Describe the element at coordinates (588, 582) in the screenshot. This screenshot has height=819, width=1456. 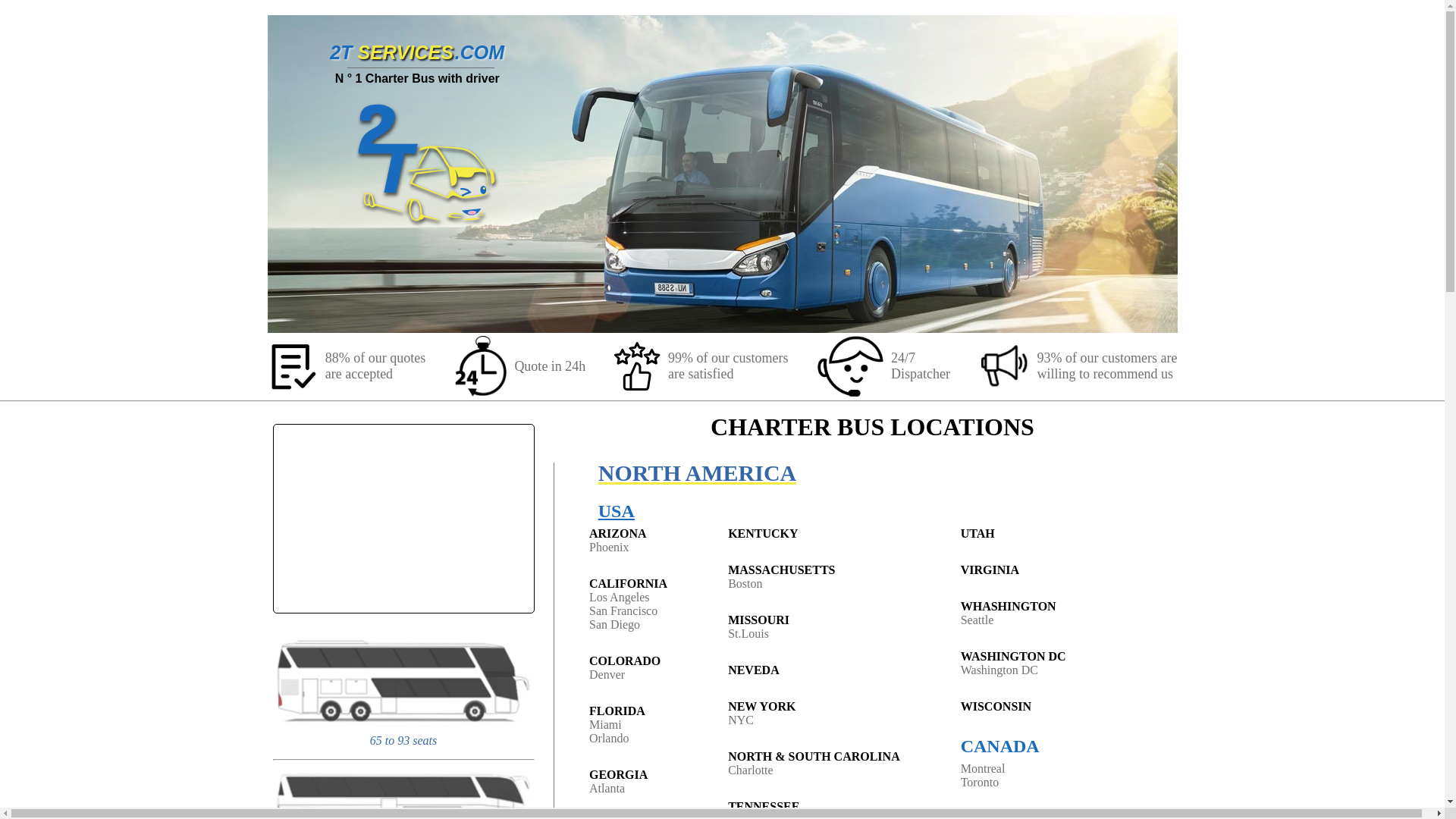
I see `'CALIFORNIA'` at that location.